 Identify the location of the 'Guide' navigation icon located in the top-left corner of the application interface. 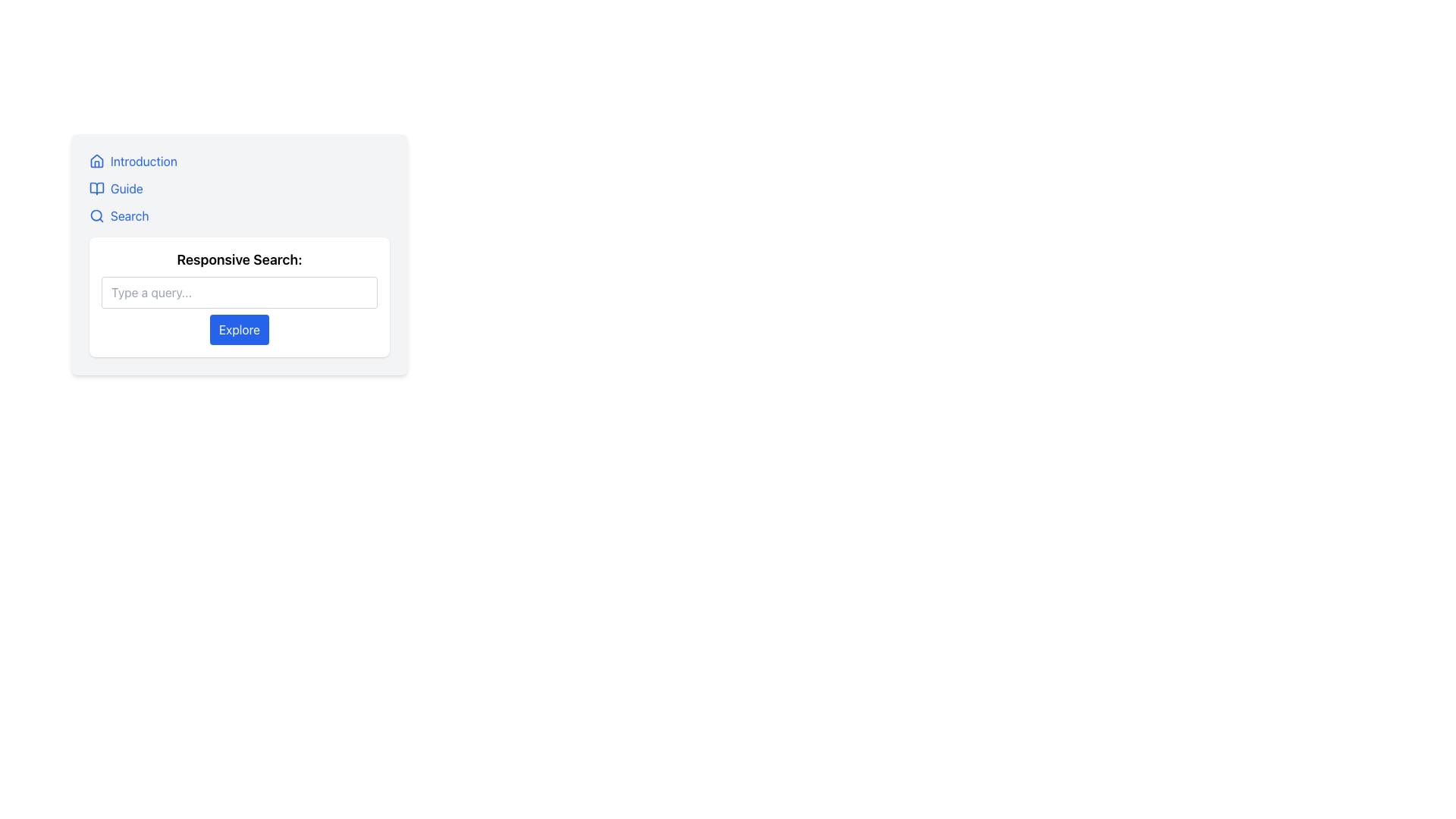
(96, 188).